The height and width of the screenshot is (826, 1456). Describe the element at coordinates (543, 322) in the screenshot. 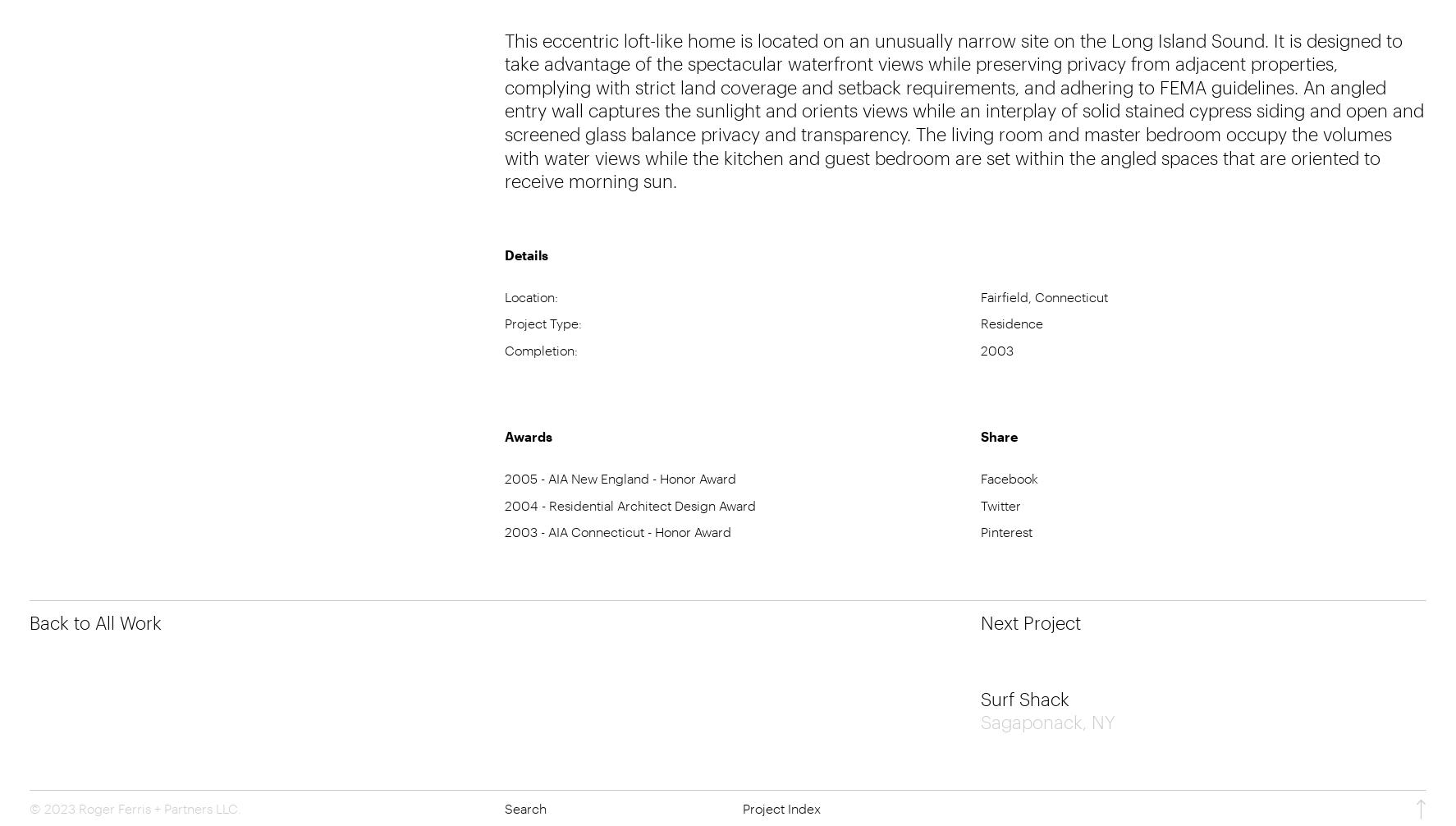

I see `'Project Type:'` at that location.